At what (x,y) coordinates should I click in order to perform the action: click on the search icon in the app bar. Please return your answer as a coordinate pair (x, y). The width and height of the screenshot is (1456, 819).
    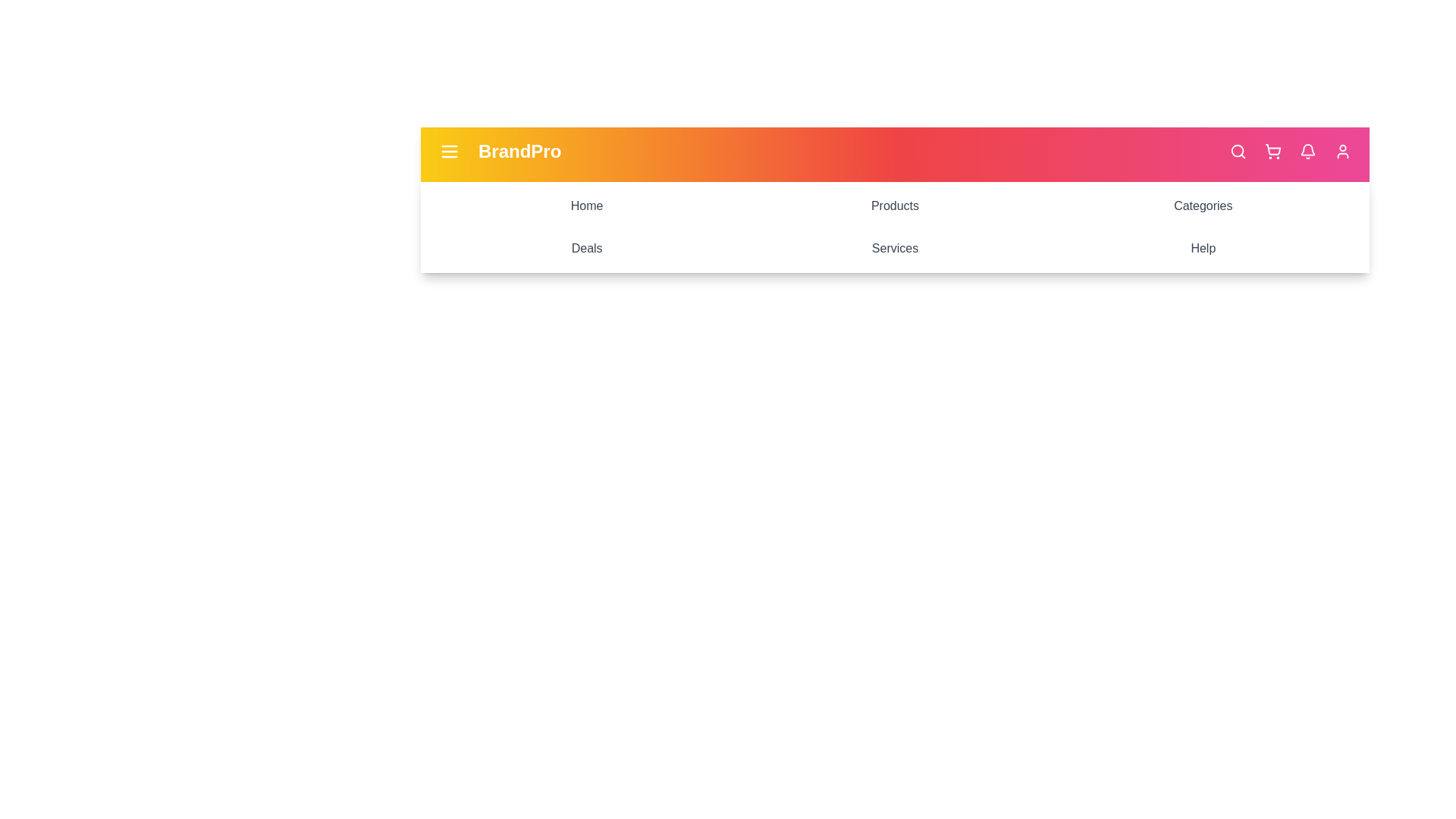
    Looking at the image, I should click on (1238, 152).